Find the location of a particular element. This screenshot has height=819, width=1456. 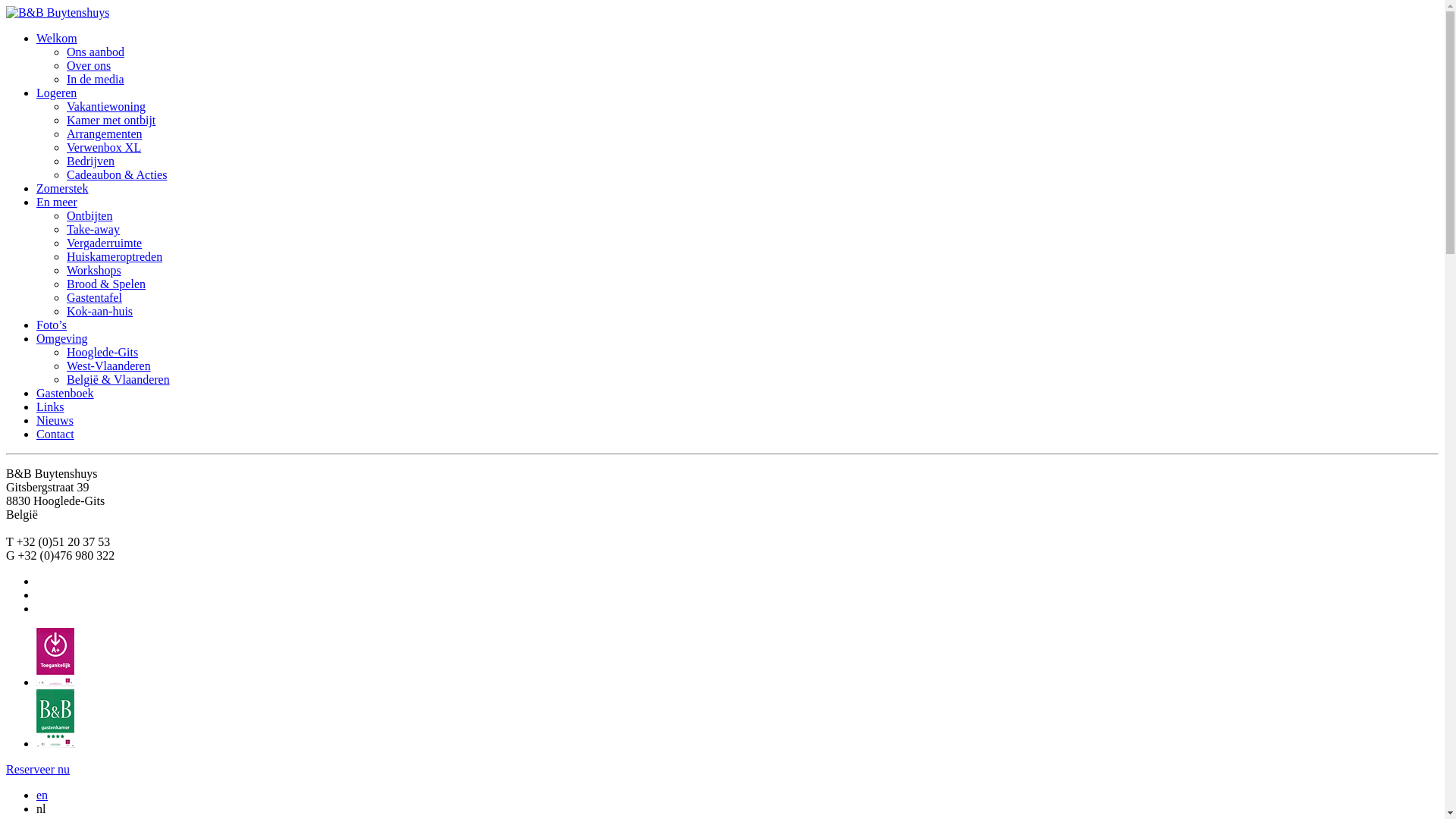

'Logeren' is located at coordinates (56, 93).